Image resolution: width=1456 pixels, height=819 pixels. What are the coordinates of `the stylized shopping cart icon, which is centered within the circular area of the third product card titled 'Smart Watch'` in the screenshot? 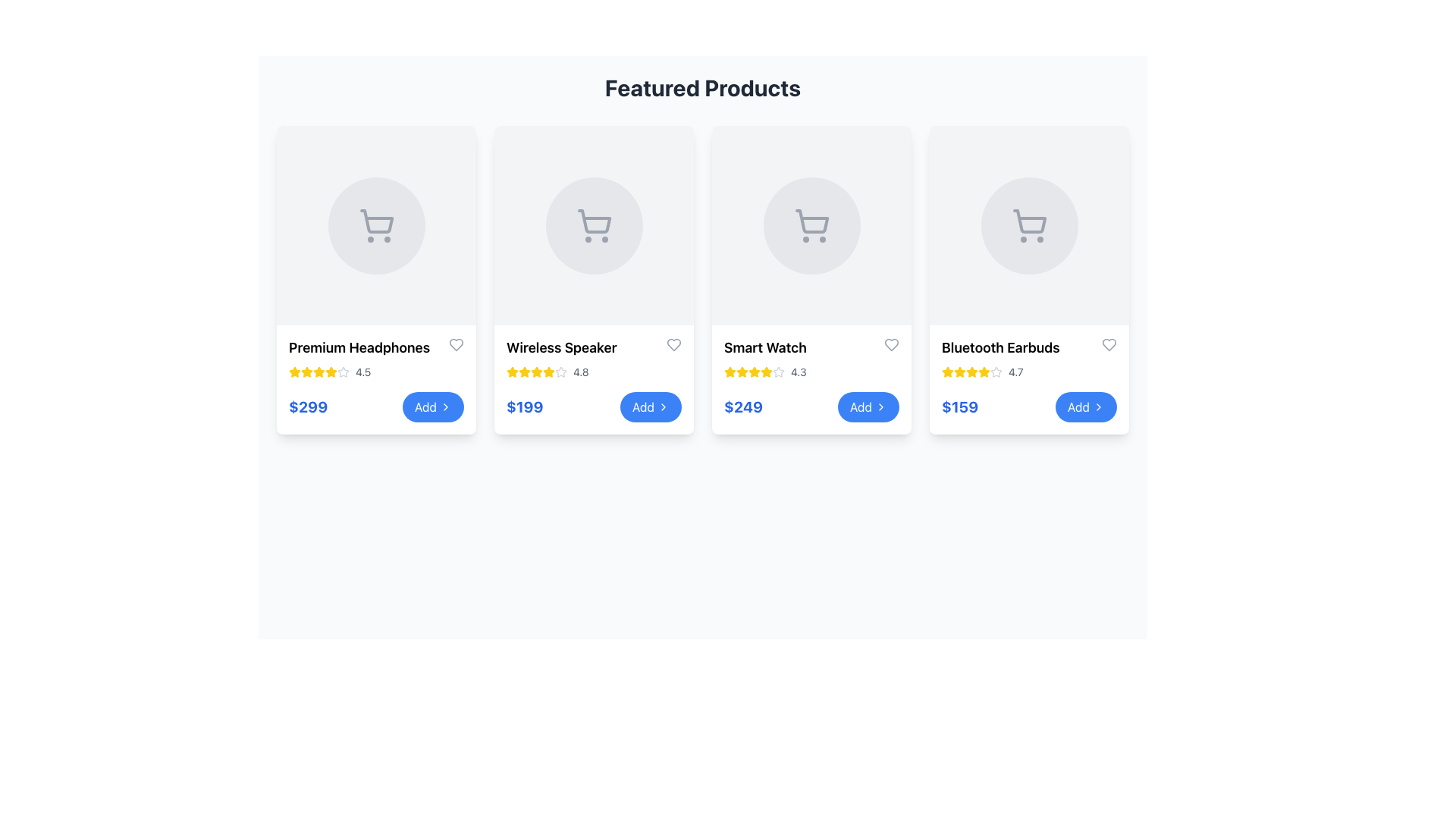 It's located at (811, 221).